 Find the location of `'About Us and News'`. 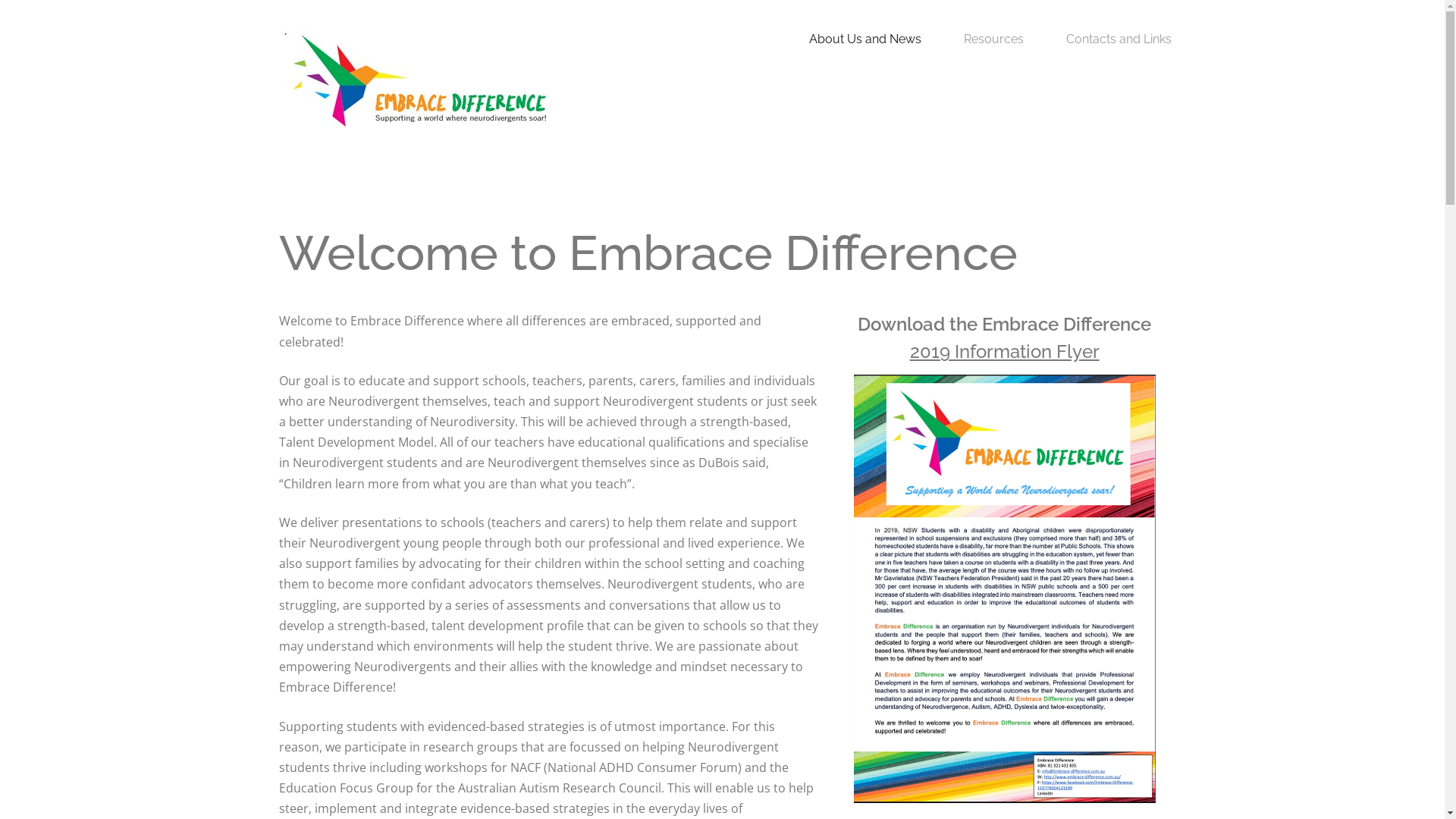

'About Us and News' is located at coordinates (865, 38).